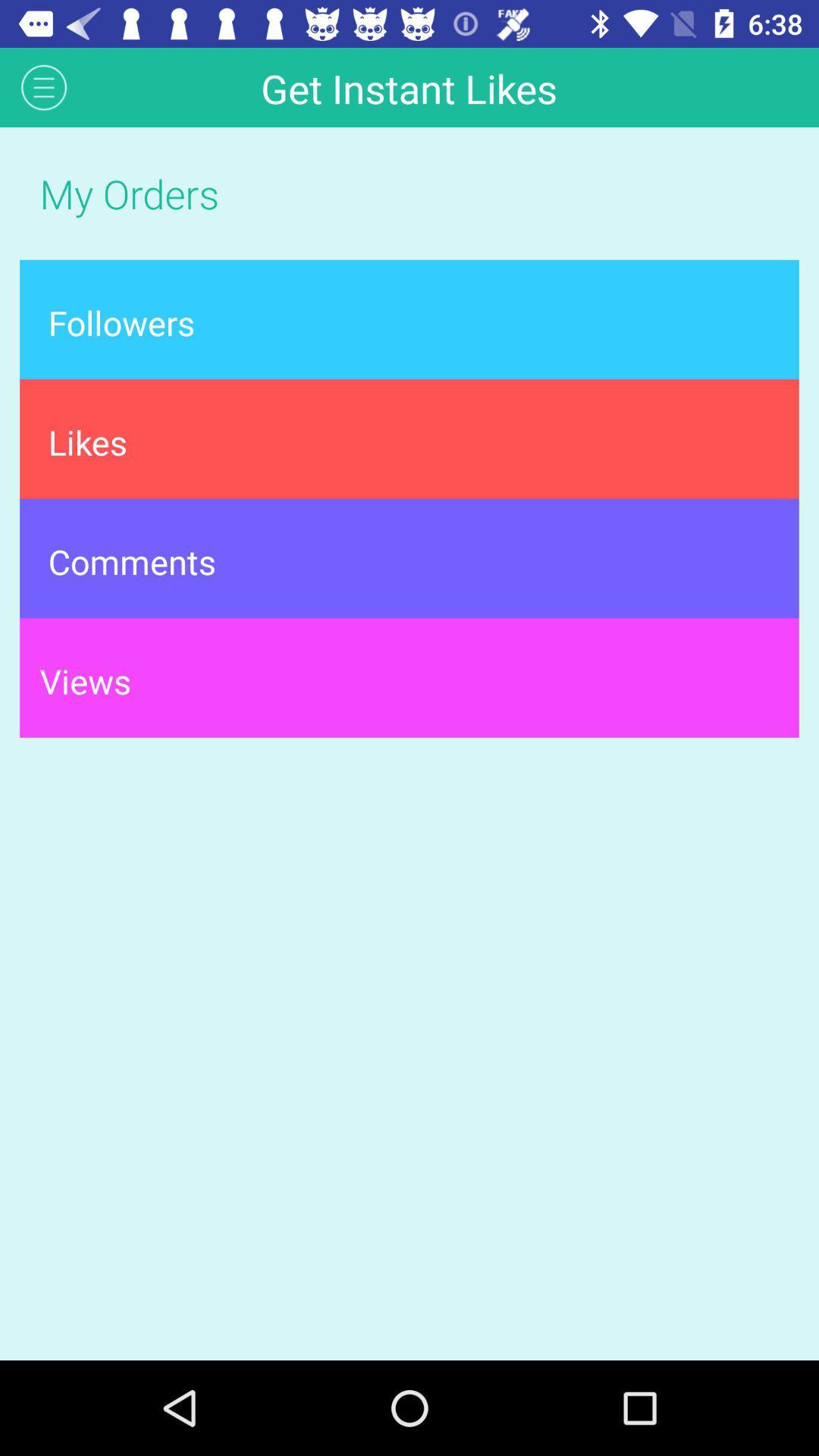 The width and height of the screenshot is (819, 1456). What do you see at coordinates (409, 557) in the screenshot?
I see `the  comments icon` at bounding box center [409, 557].